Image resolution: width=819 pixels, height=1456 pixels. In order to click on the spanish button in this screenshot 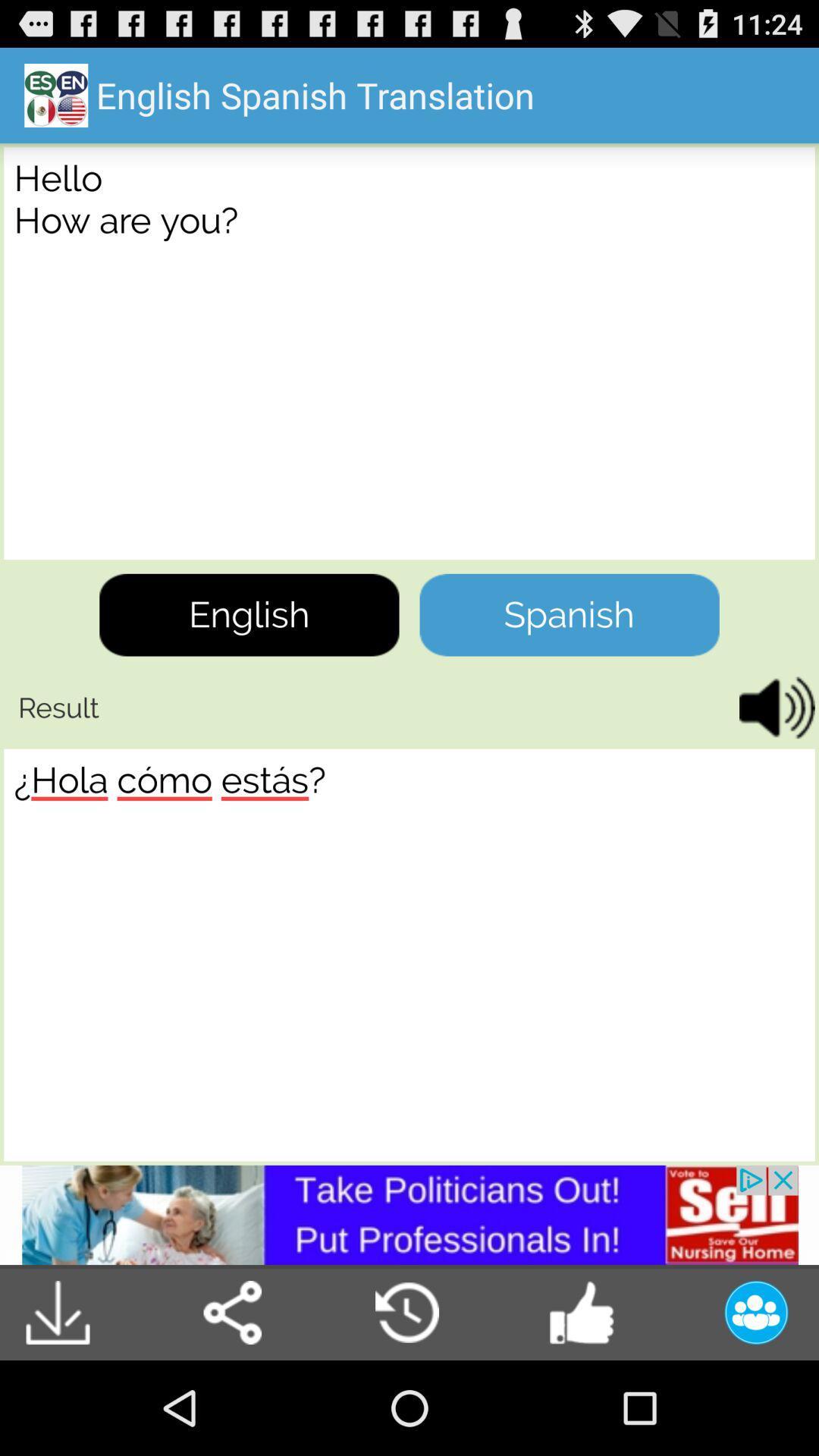, I will do `click(570, 615)`.